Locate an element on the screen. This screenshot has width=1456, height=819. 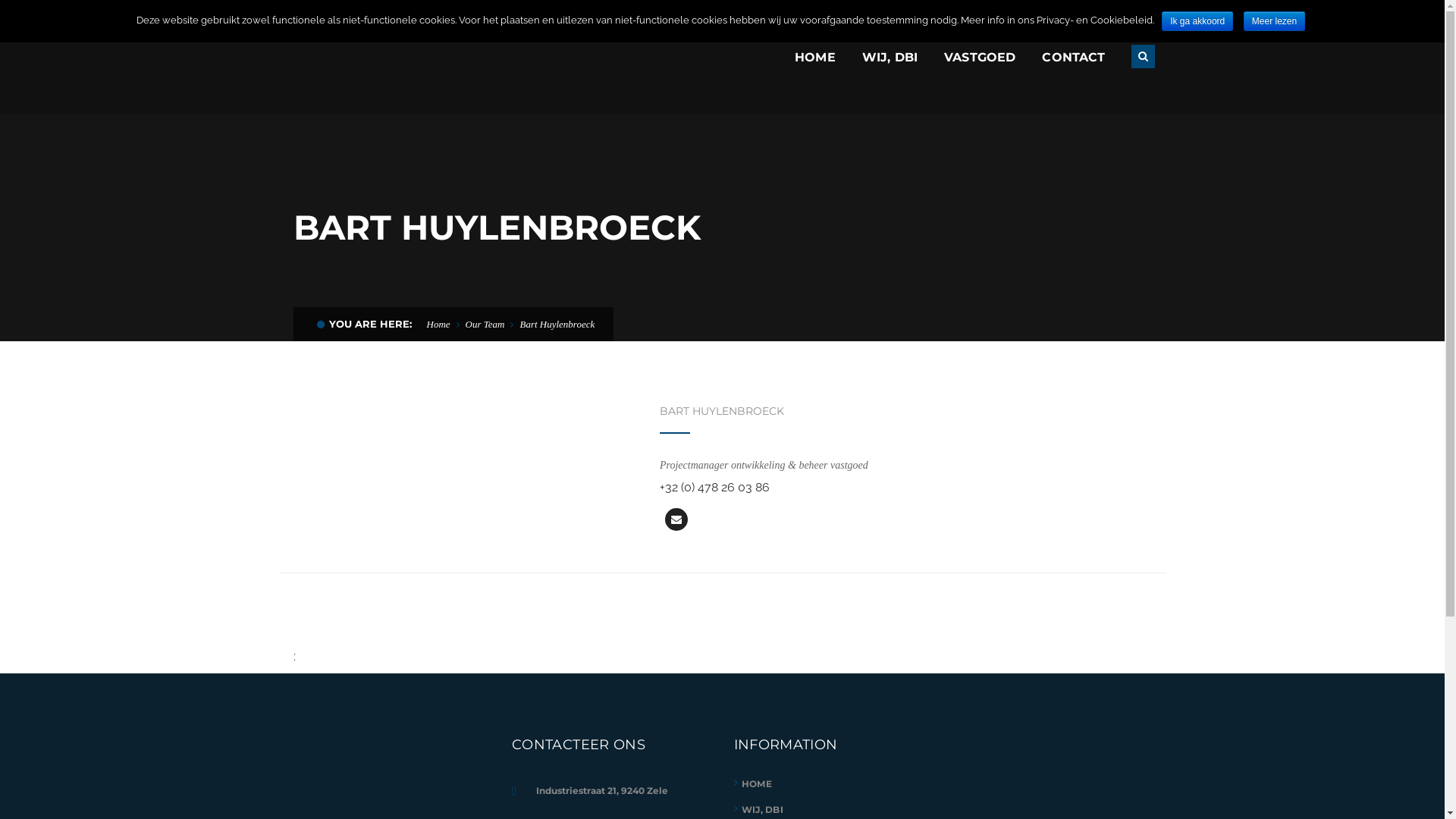
'Our Team' is located at coordinates (465, 323).